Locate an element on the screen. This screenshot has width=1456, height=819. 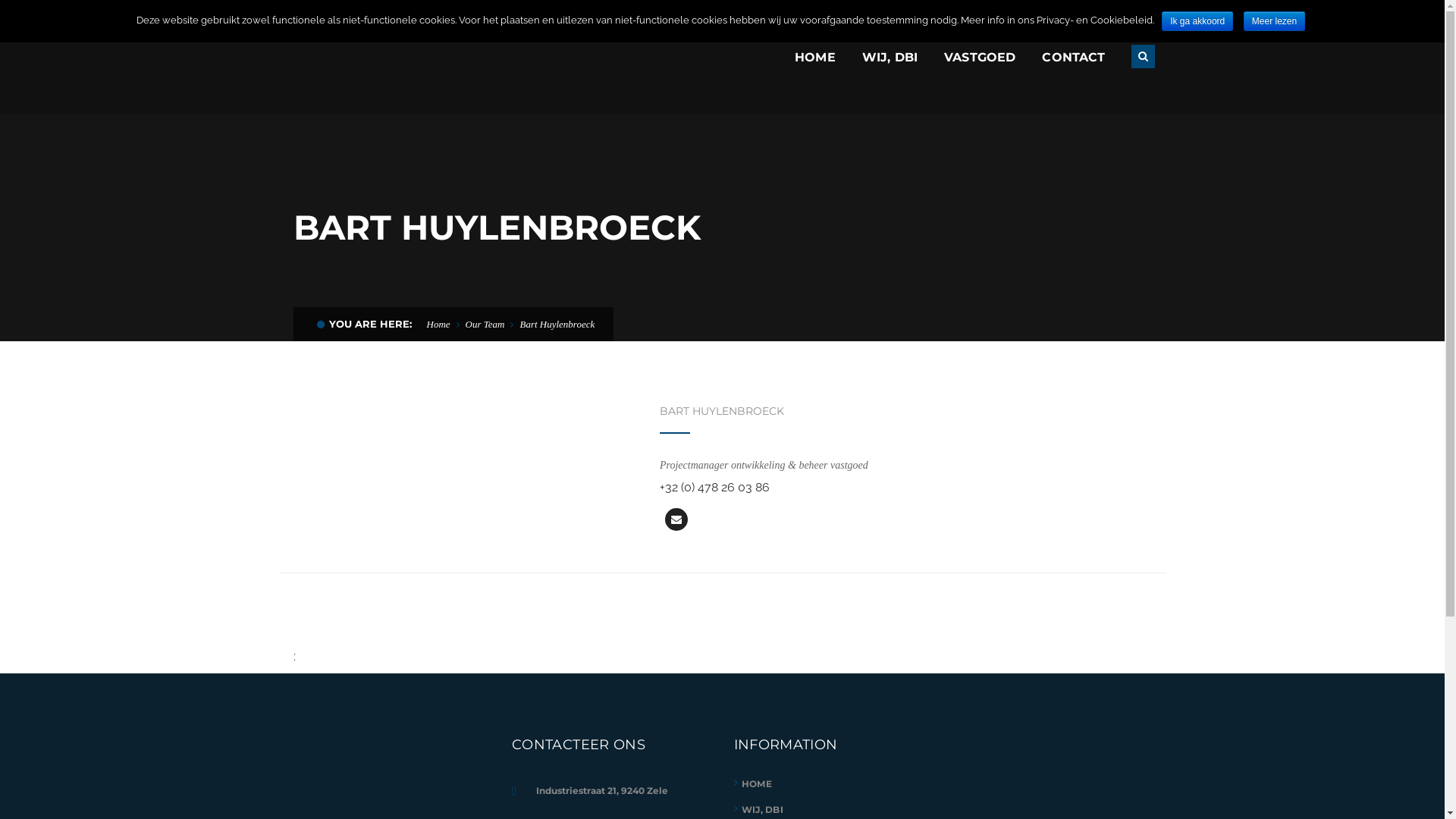
'Our Team' is located at coordinates (465, 323).